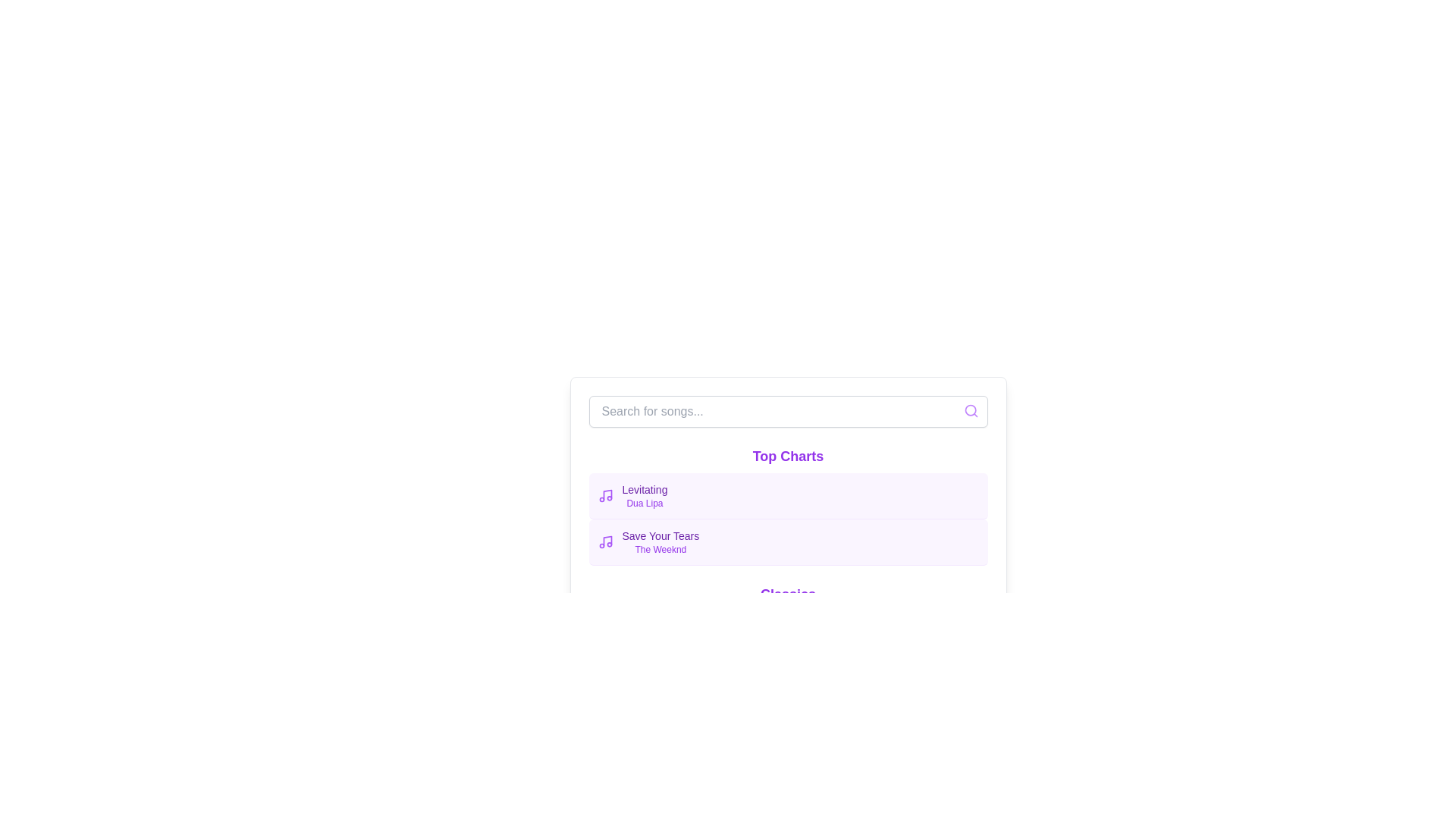 The width and height of the screenshot is (1456, 819). I want to click on the vertical line segment of the music note icon in the sidebar under 'Top Charts.', so click(607, 540).